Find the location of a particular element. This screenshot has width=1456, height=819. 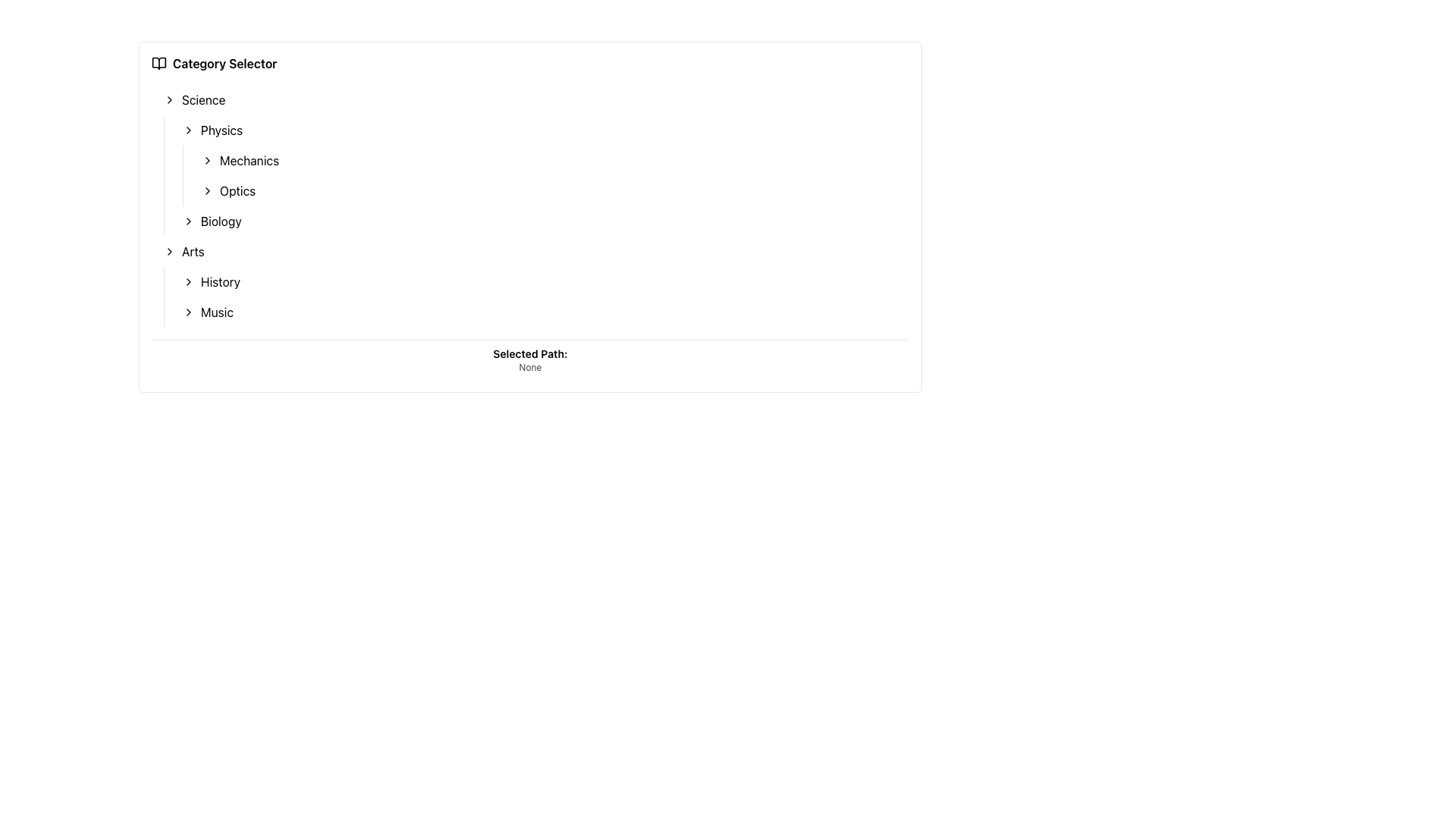

the 'Biology' text label located under the 'Science' category in the hierarchical tree list is located at coordinates (220, 221).